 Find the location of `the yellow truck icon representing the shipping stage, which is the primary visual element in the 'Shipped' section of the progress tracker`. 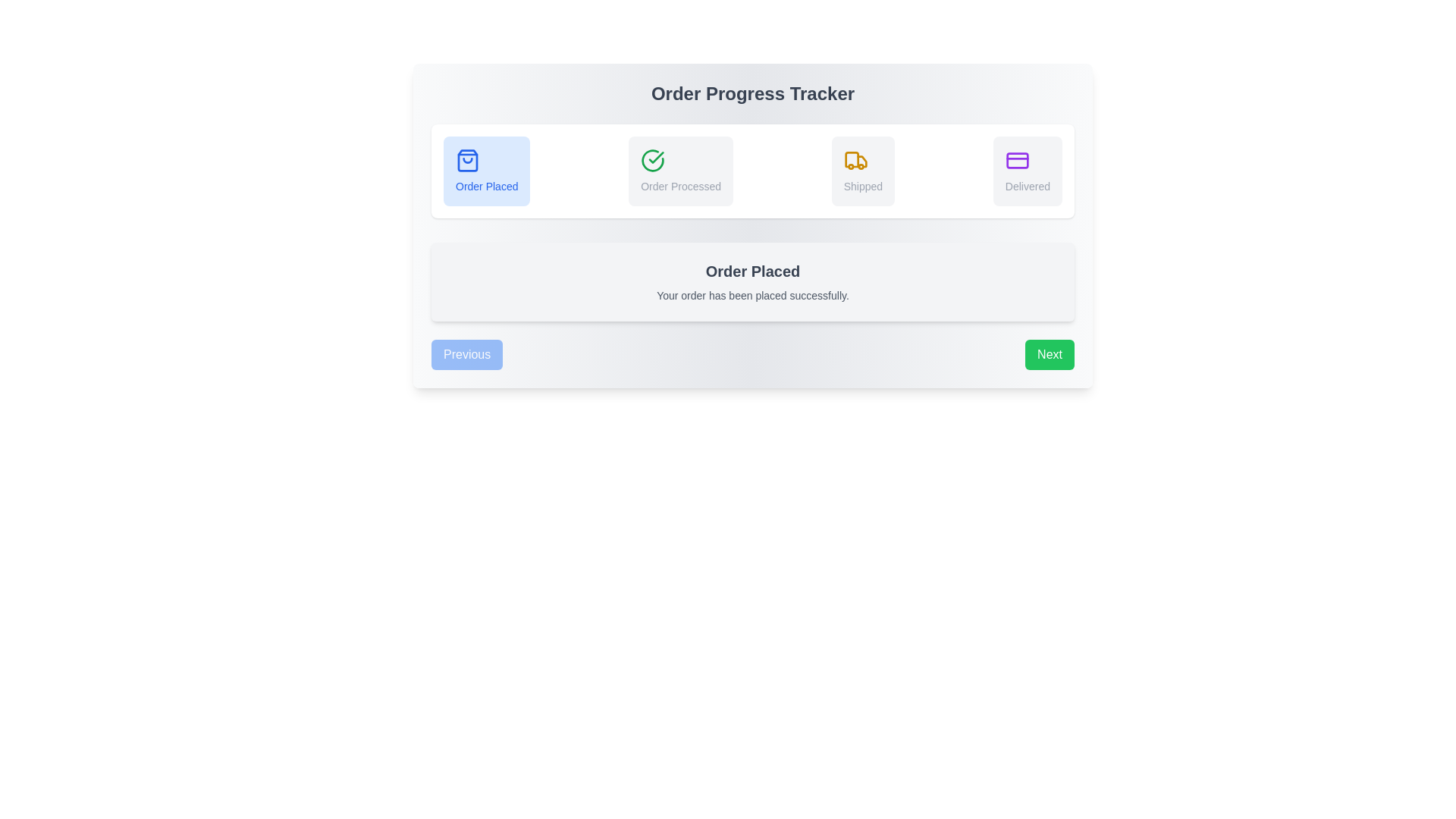

the yellow truck icon representing the shipping stage, which is the primary visual element in the 'Shipped' section of the progress tracker is located at coordinates (855, 161).